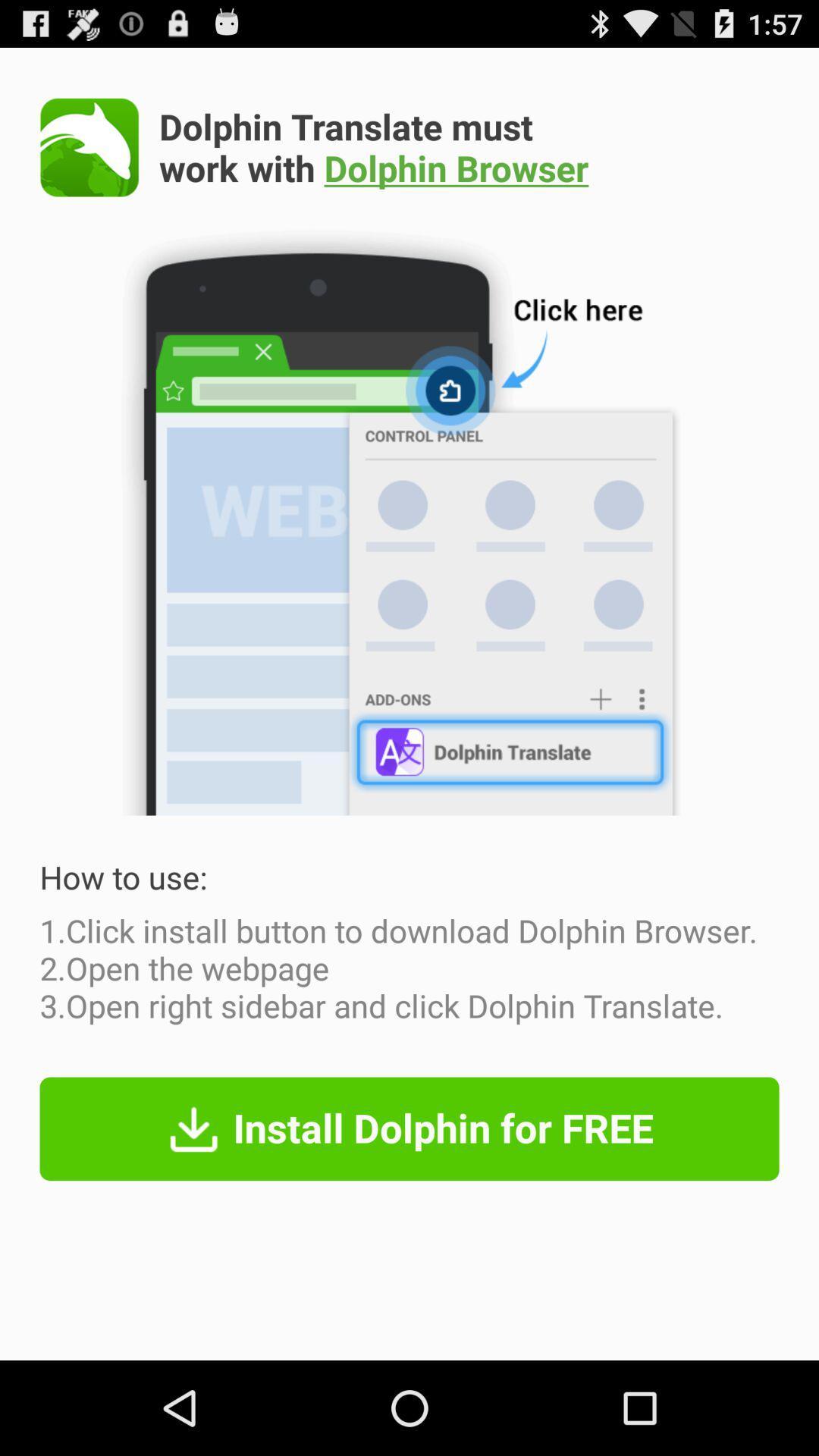 The image size is (819, 1456). I want to click on app, so click(89, 147).